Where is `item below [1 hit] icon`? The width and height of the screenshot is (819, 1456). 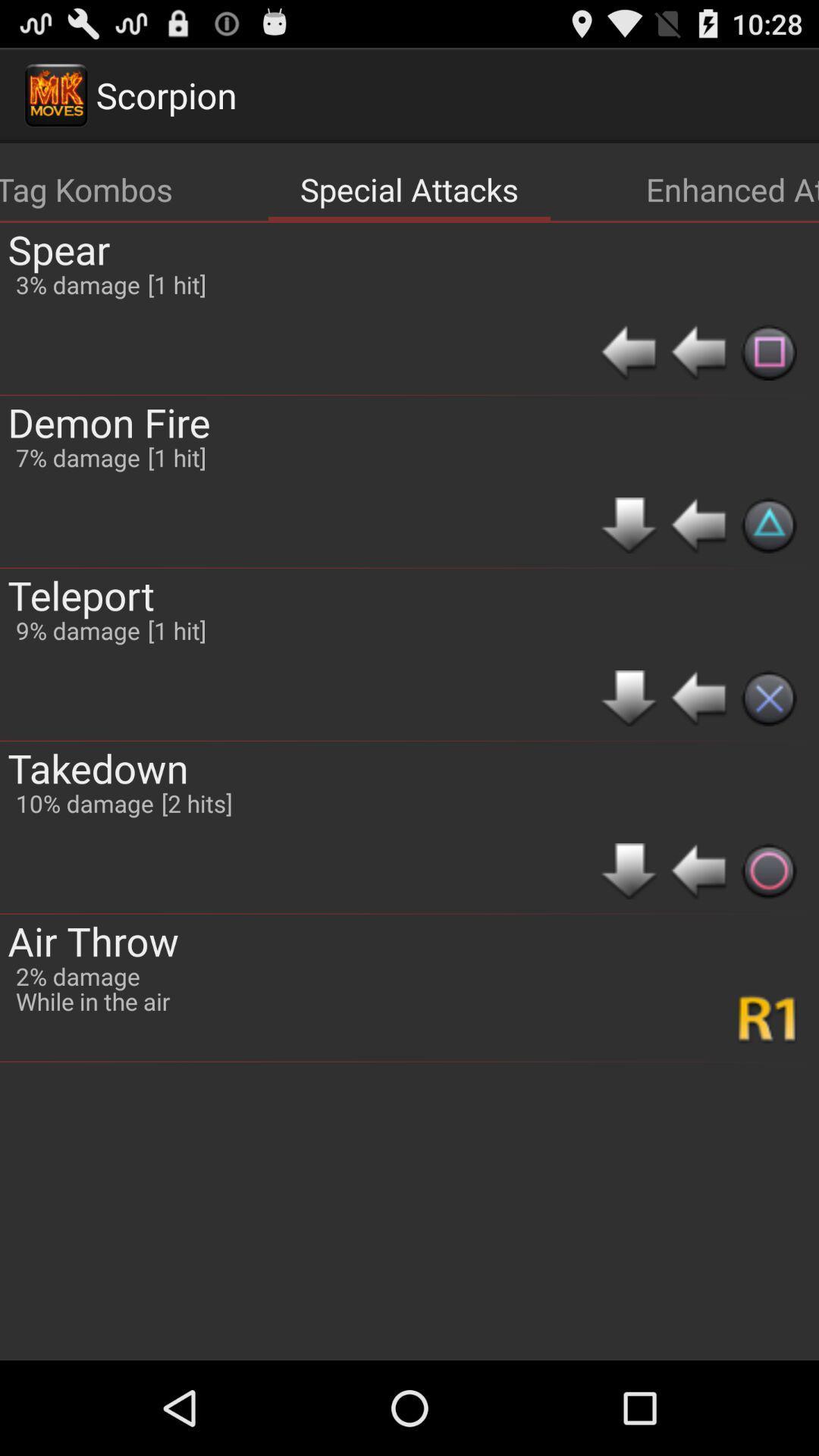
item below [1 hit] icon is located at coordinates (196, 802).